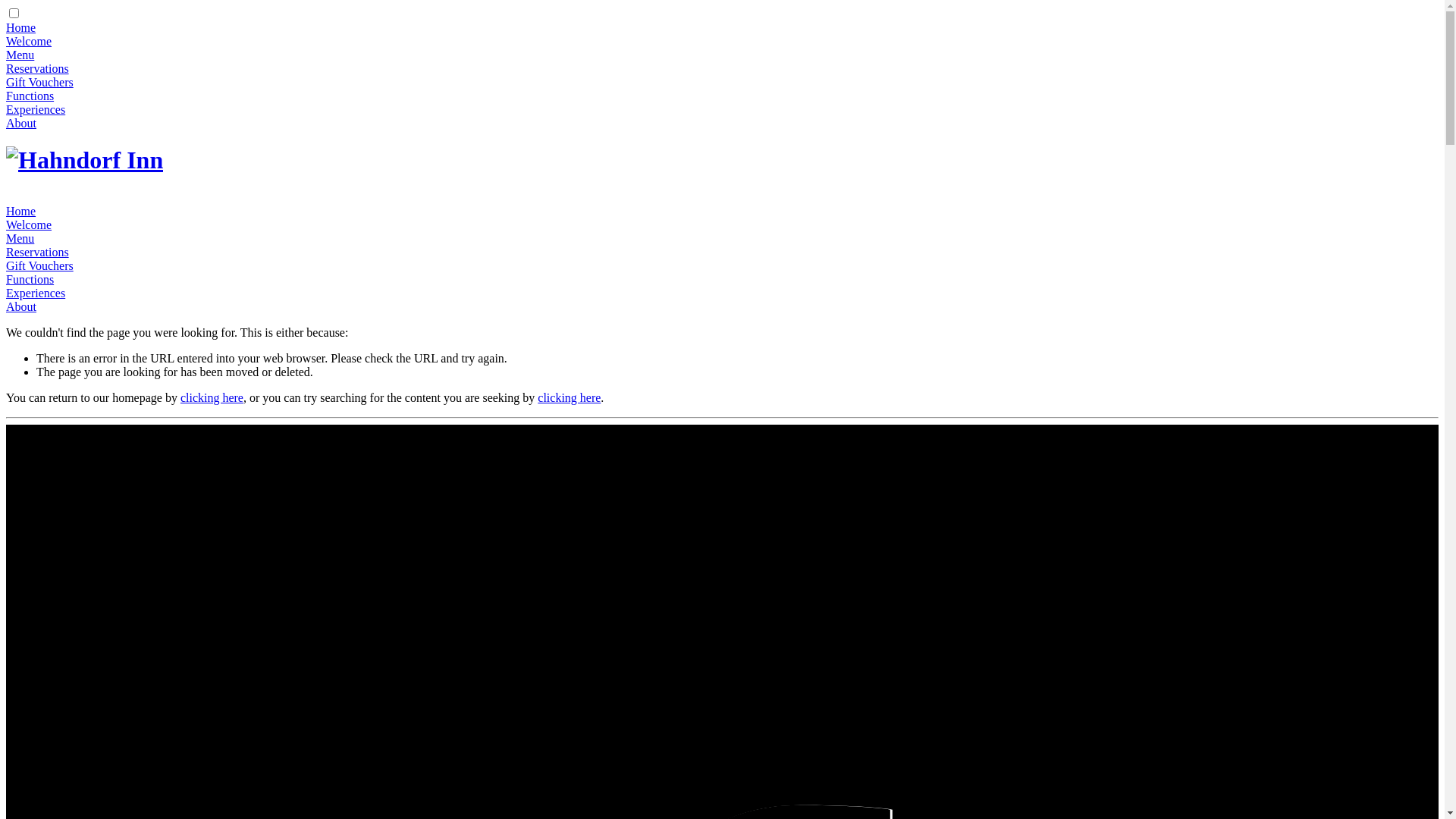 Image resolution: width=1456 pixels, height=819 pixels. What do you see at coordinates (21, 122) in the screenshot?
I see `'About'` at bounding box center [21, 122].